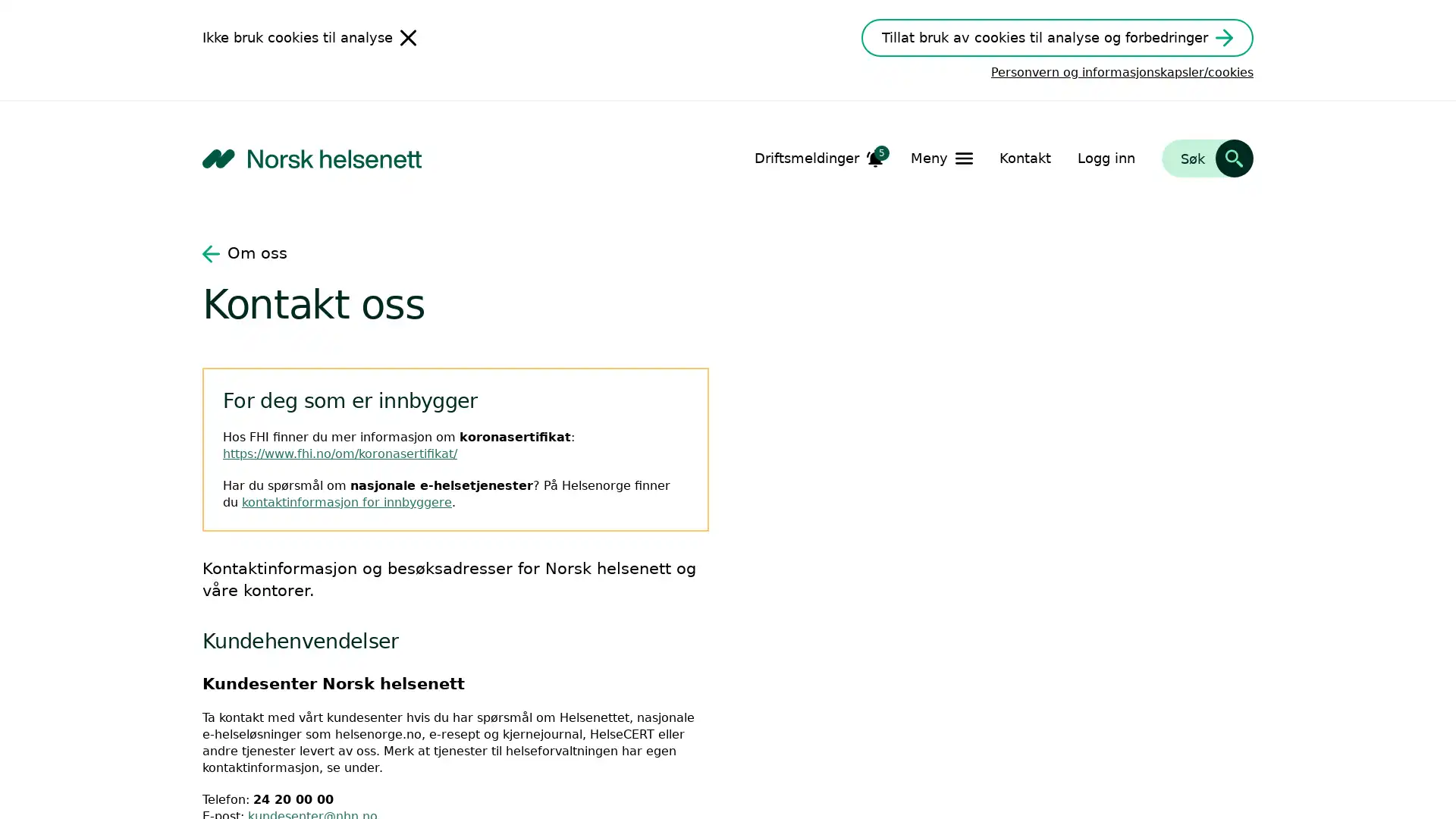  I want to click on Tillat bruk av cookies til analyse og forbedringer, so click(1056, 37).